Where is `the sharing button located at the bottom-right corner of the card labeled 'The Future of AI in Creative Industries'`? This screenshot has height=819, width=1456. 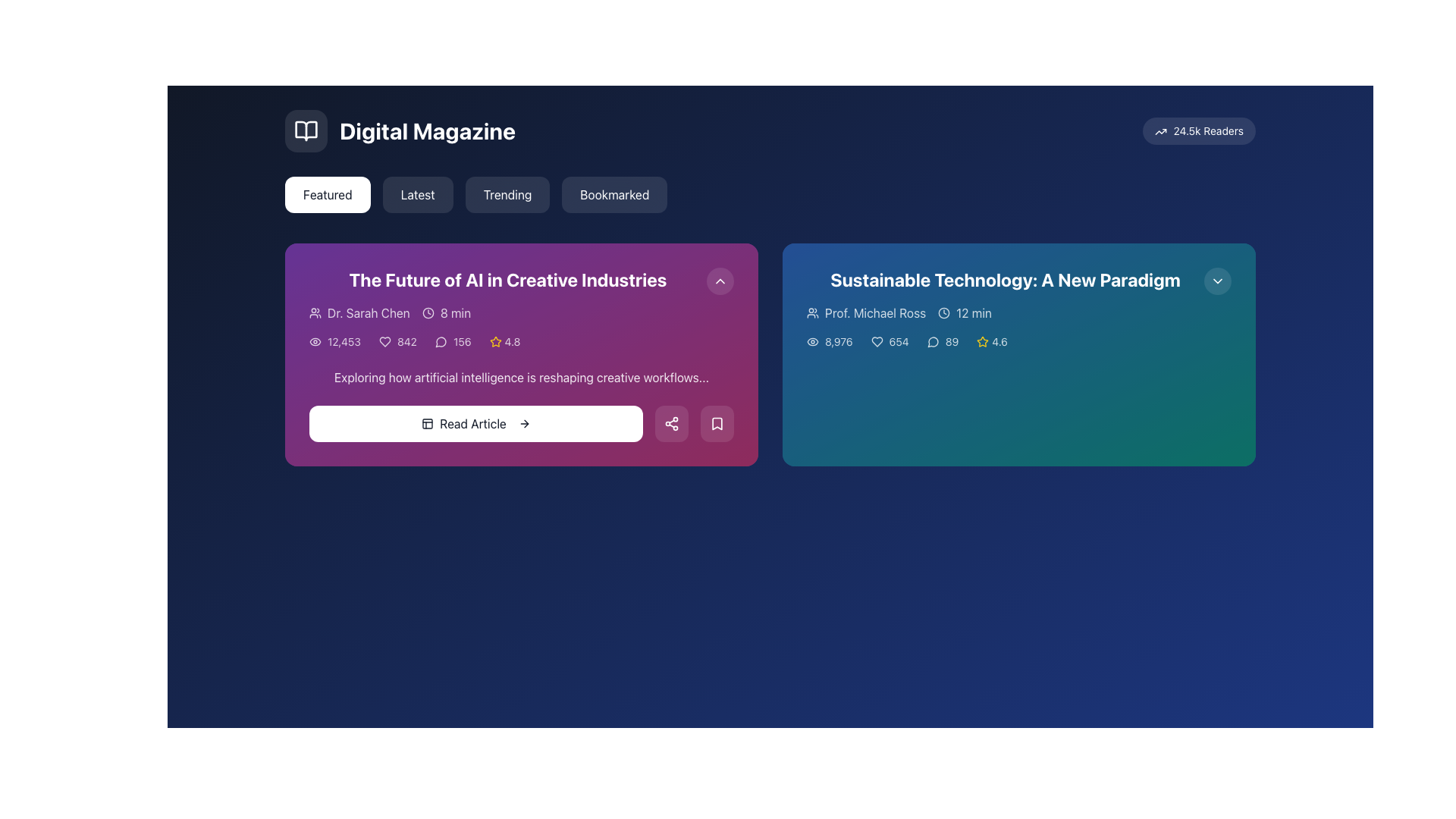 the sharing button located at the bottom-right corner of the card labeled 'The Future of AI in Creative Industries' is located at coordinates (671, 424).